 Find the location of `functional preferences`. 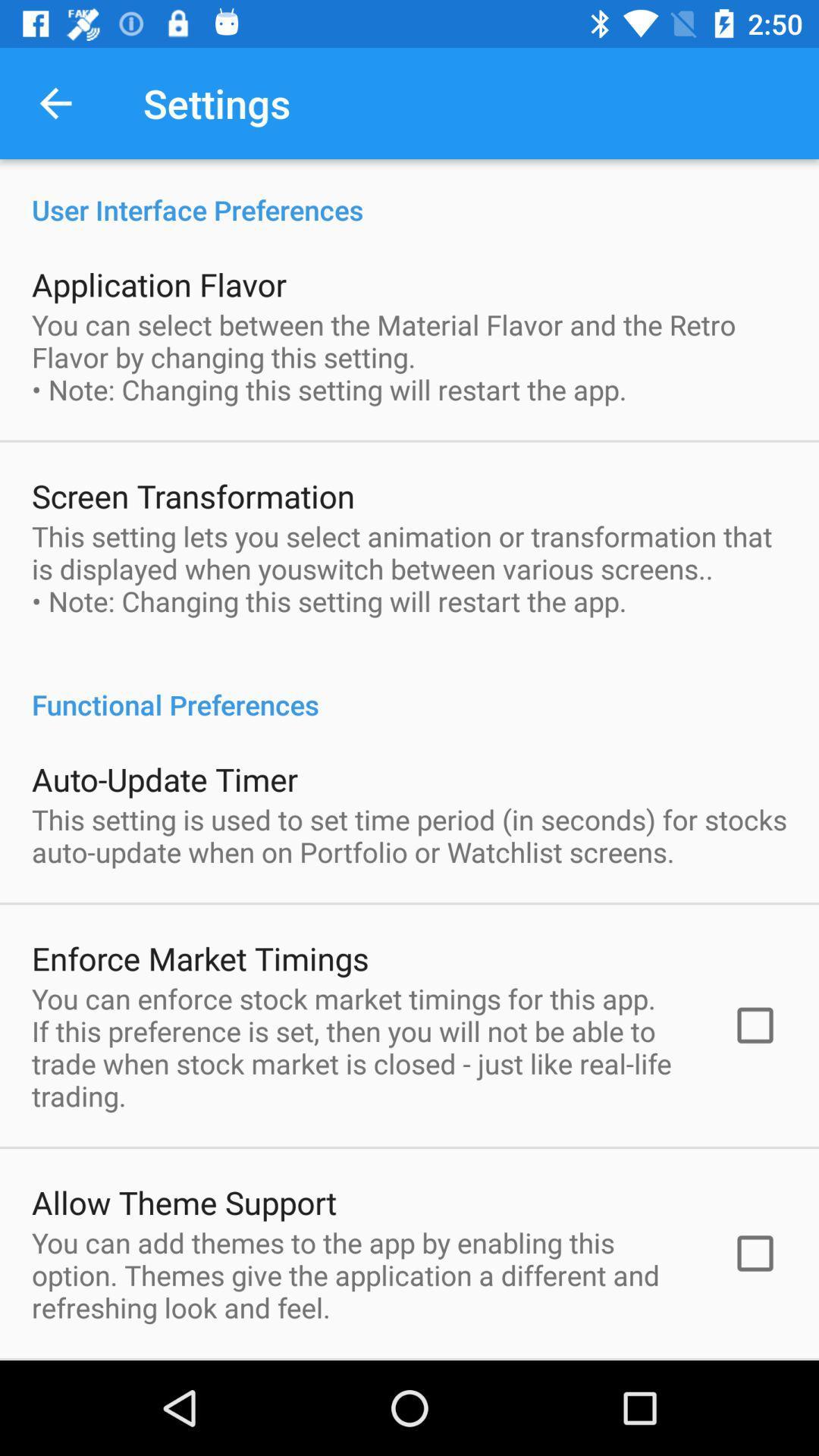

functional preferences is located at coordinates (409, 688).